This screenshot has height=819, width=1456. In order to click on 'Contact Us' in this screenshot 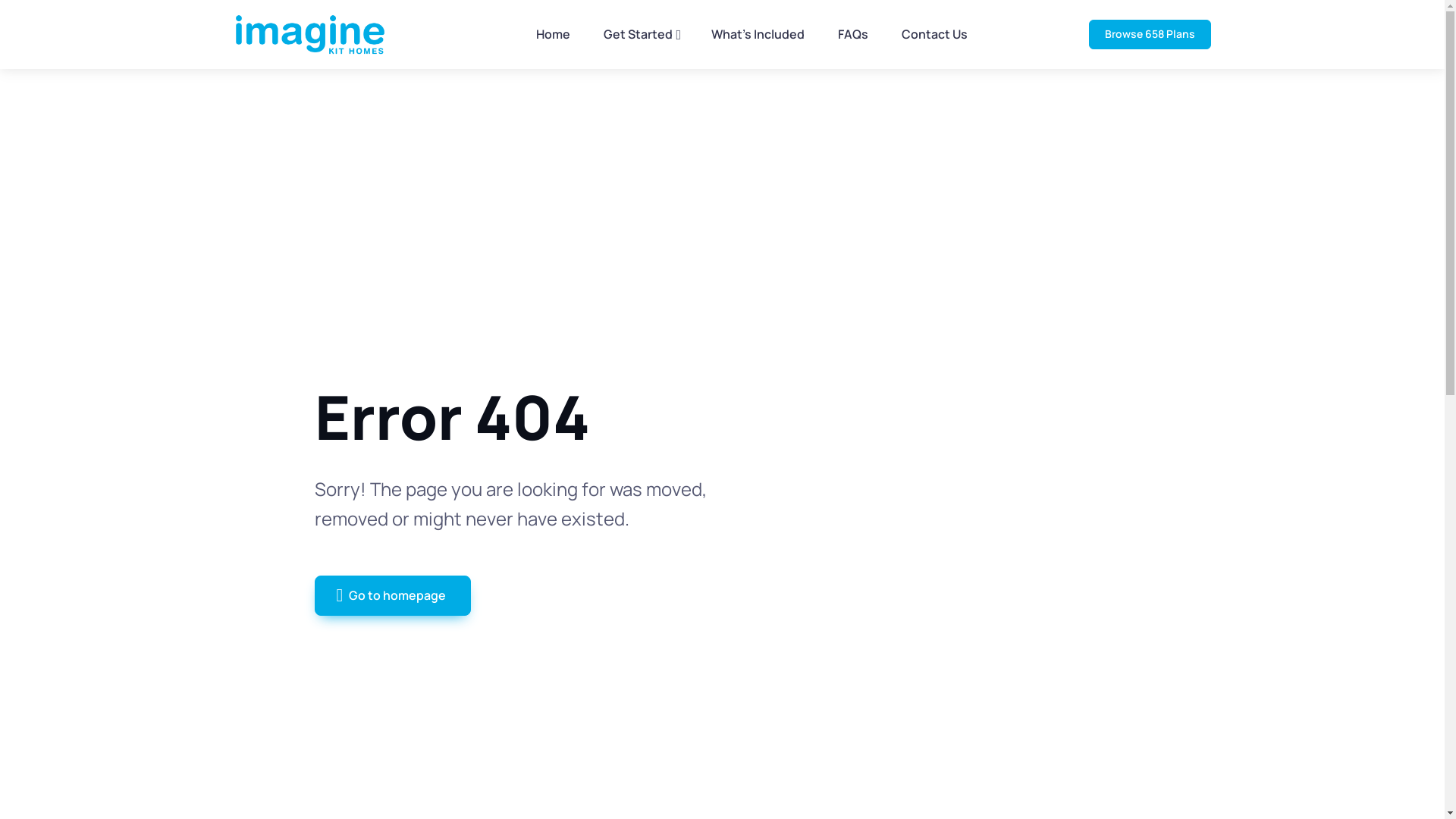, I will do `click(934, 34)`.